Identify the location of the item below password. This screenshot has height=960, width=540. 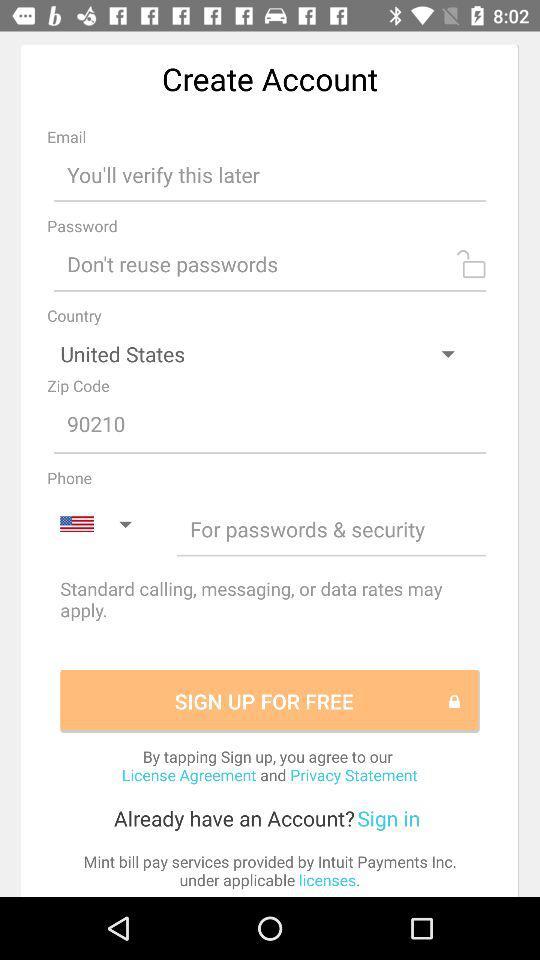
(270, 263).